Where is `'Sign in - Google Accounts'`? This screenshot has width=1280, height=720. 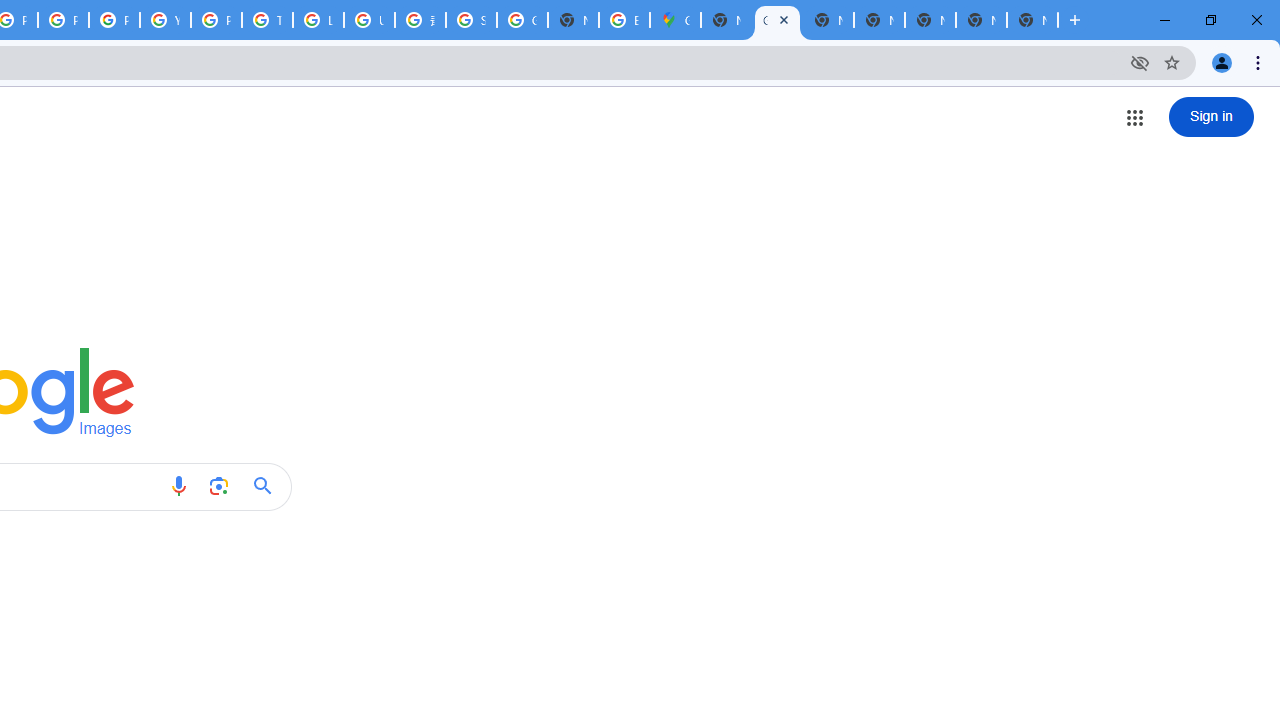
'Sign in - Google Accounts' is located at coordinates (470, 20).